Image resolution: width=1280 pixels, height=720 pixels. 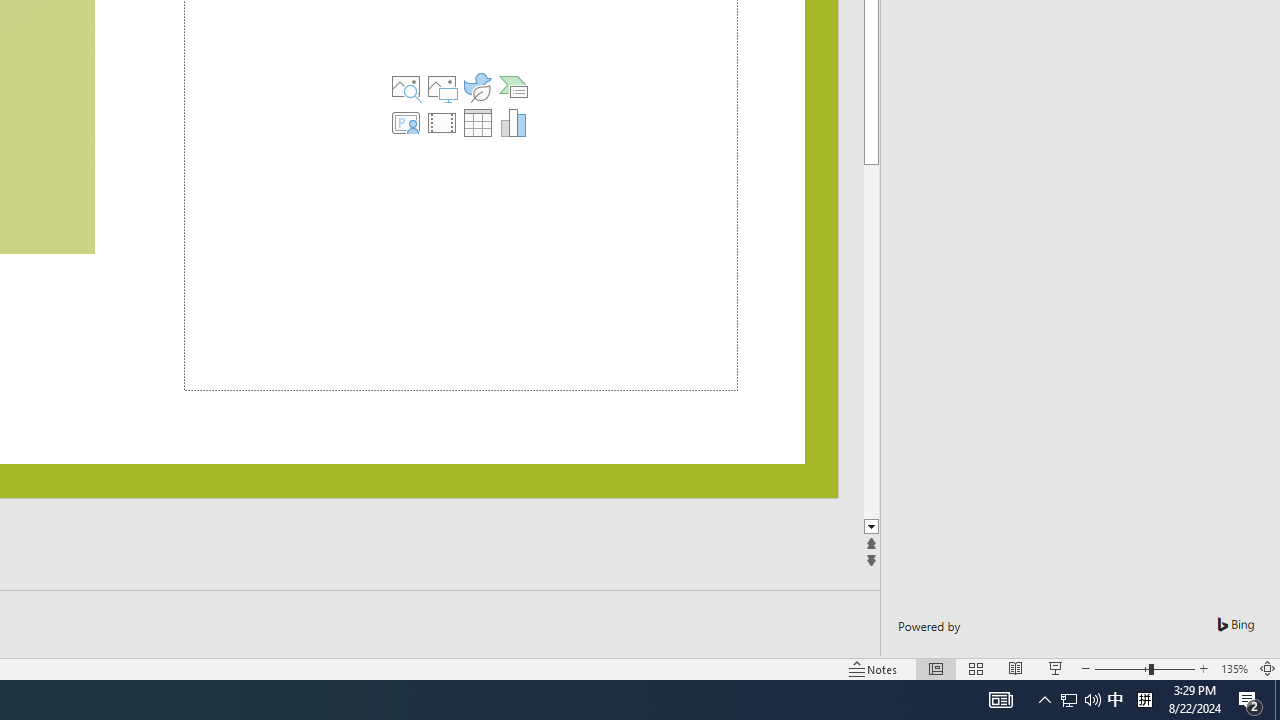 I want to click on 'Insert Cameo', so click(x=405, y=123).